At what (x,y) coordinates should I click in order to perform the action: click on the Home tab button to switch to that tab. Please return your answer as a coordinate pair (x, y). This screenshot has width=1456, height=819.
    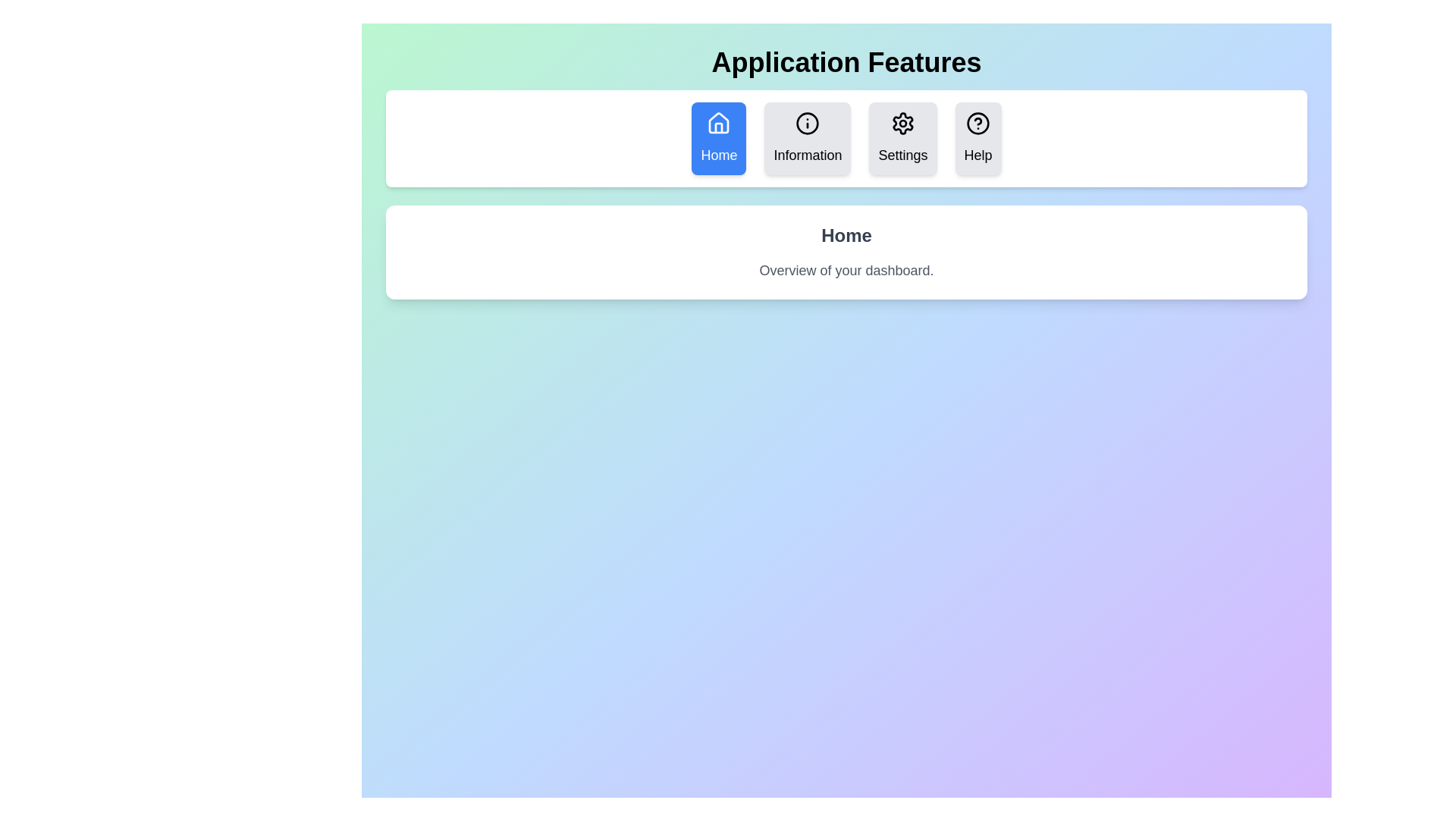
    Looking at the image, I should click on (718, 138).